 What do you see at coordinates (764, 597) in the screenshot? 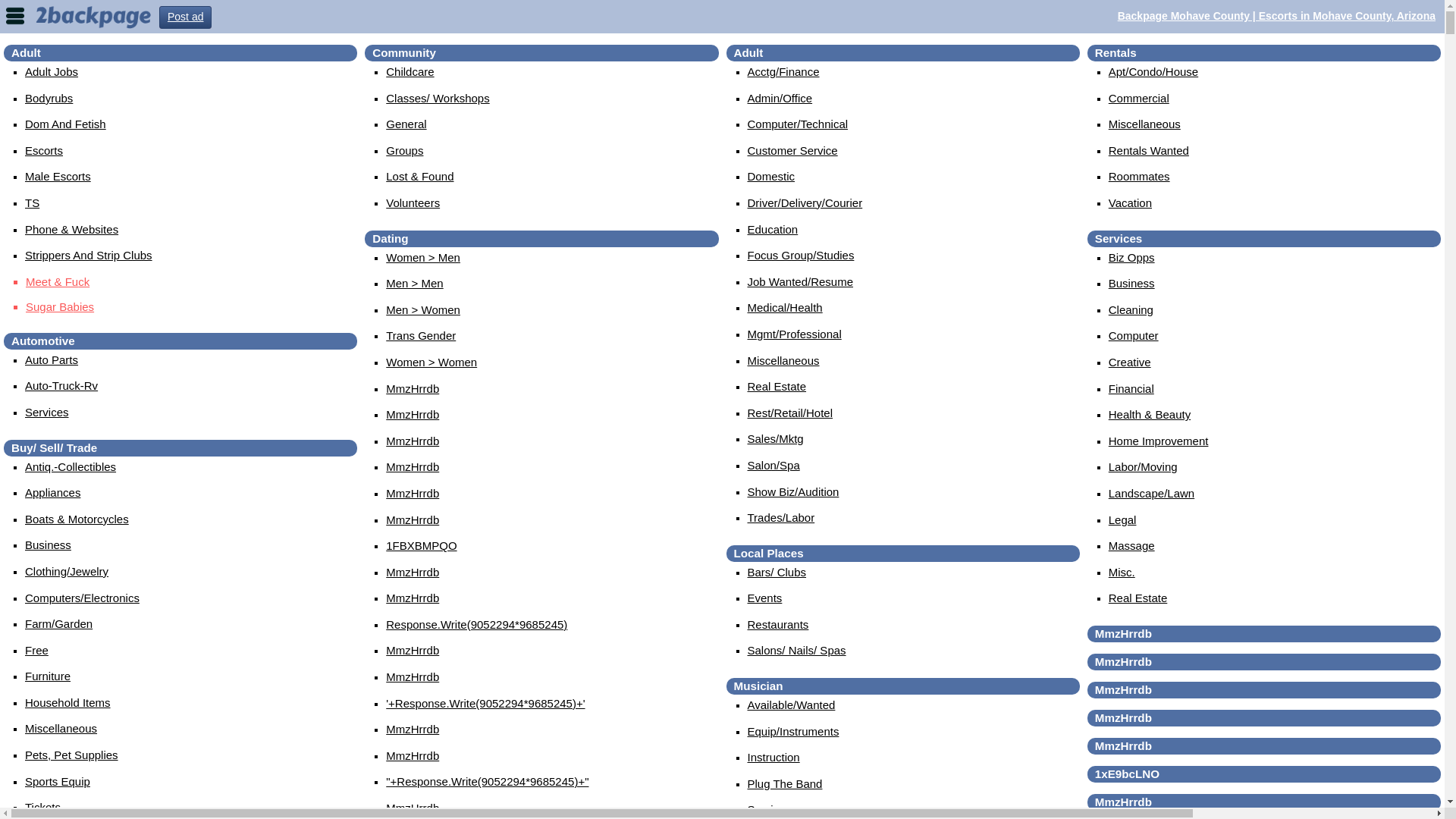
I see `'Events'` at bounding box center [764, 597].